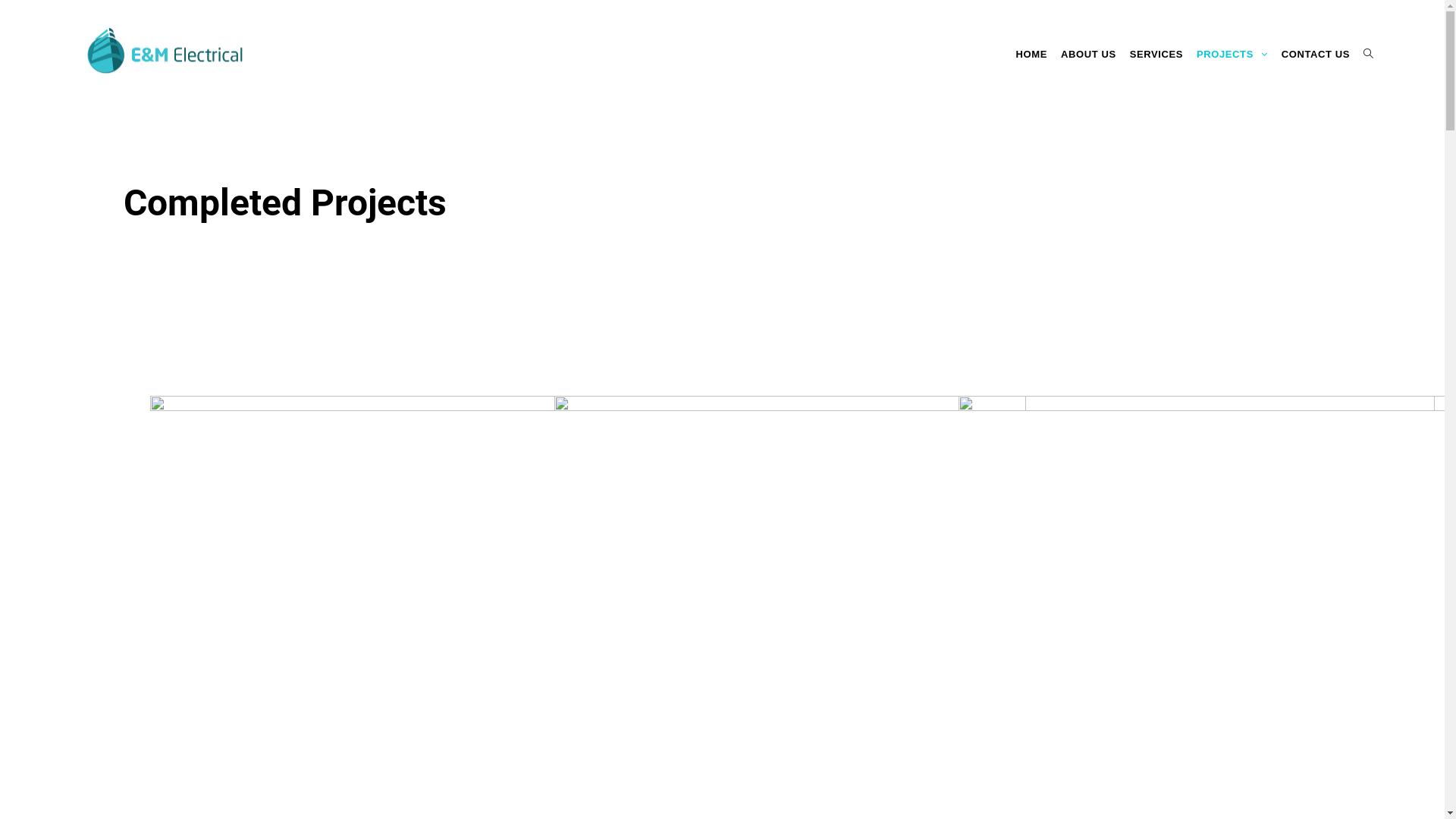  I want to click on 'CONTACT US', so click(1314, 54).